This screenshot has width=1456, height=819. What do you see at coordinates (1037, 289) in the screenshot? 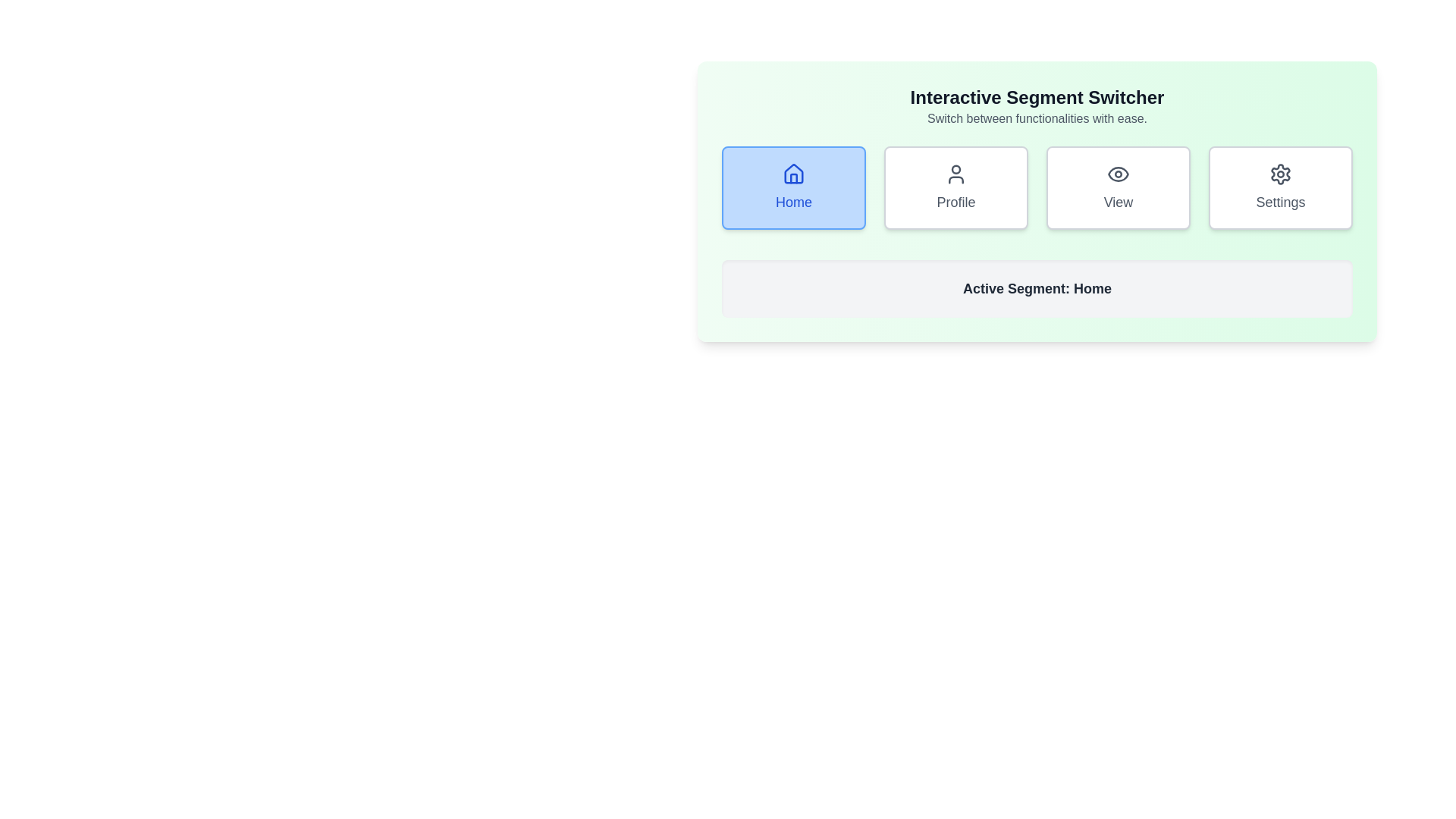
I see `the text label that indicates the currently active segment or selection in the interface, located centrally below the interactive options ('Home', 'Profile', 'View', 'Settings')` at bounding box center [1037, 289].